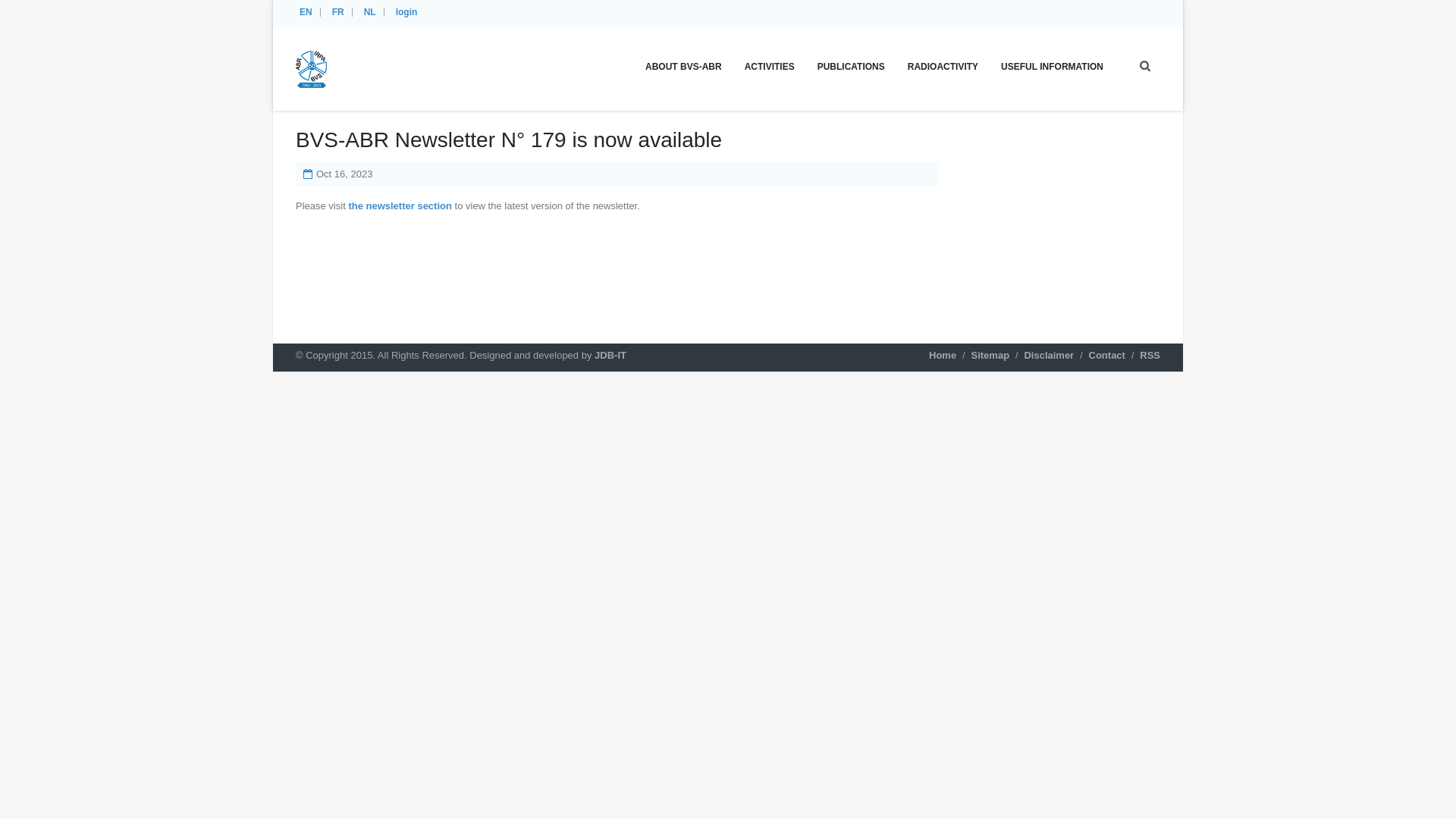  I want to click on 'login', so click(408, 11).